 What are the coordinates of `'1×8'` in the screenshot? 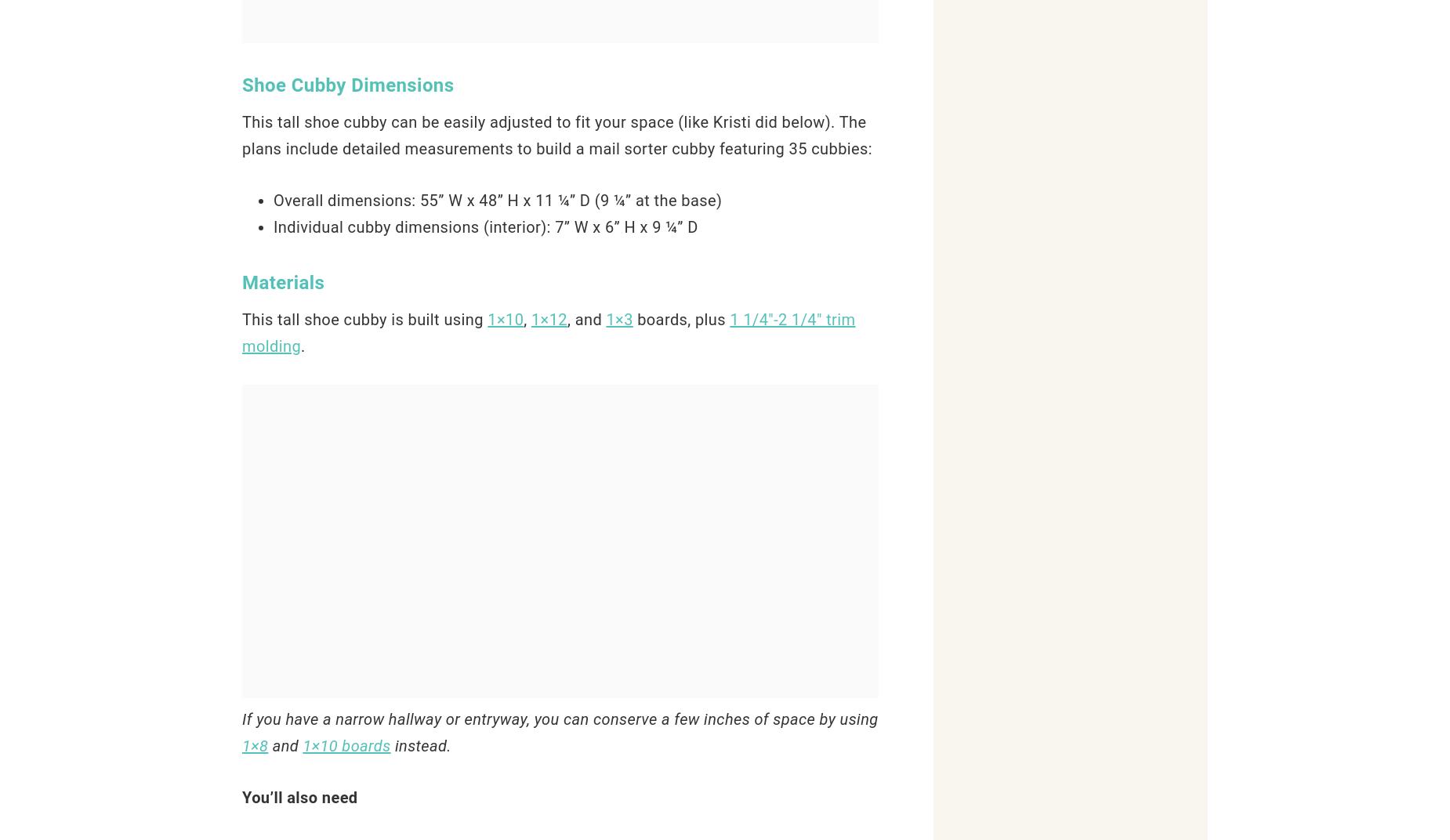 It's located at (241, 745).